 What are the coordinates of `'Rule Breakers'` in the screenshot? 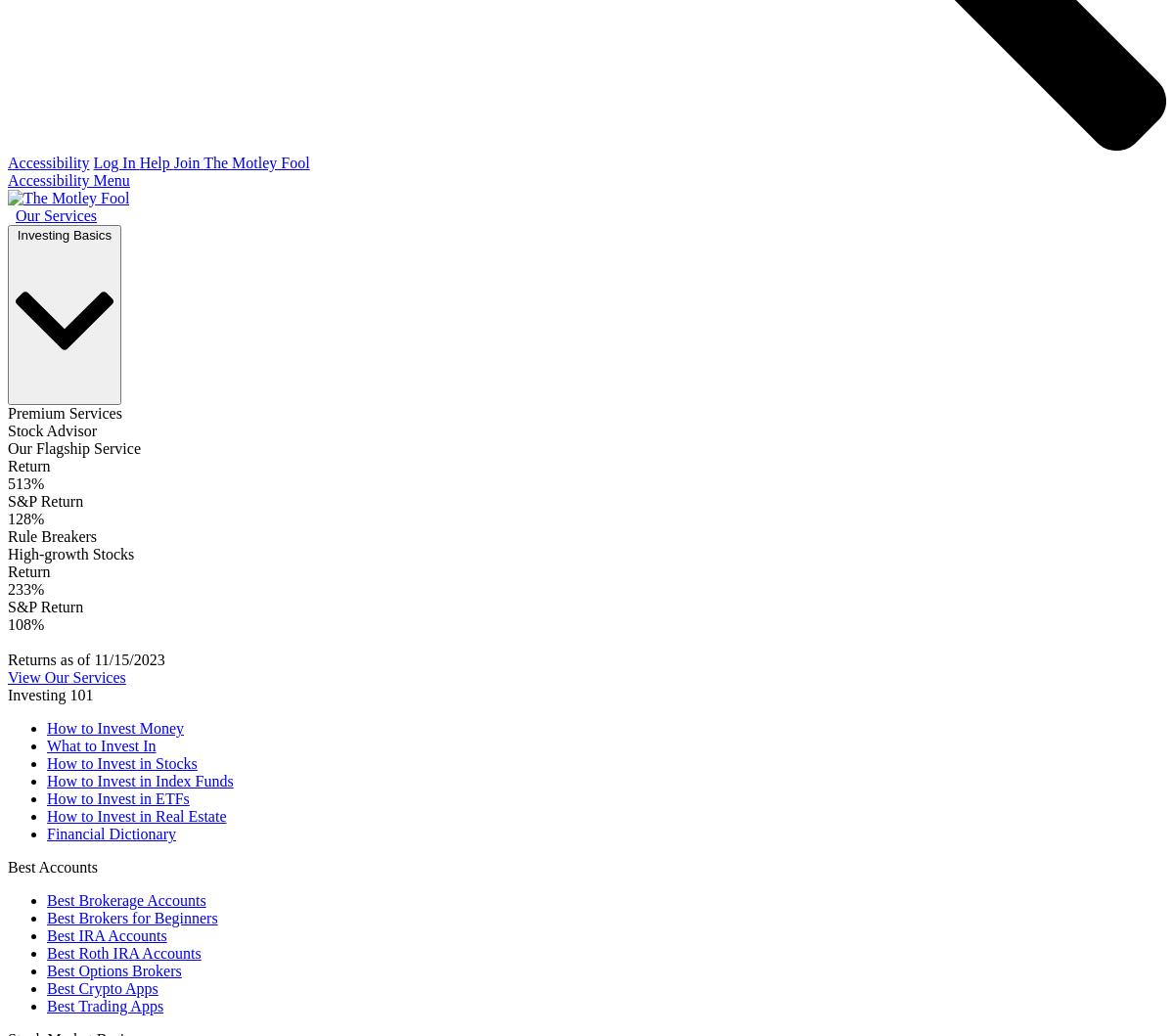 It's located at (52, 535).